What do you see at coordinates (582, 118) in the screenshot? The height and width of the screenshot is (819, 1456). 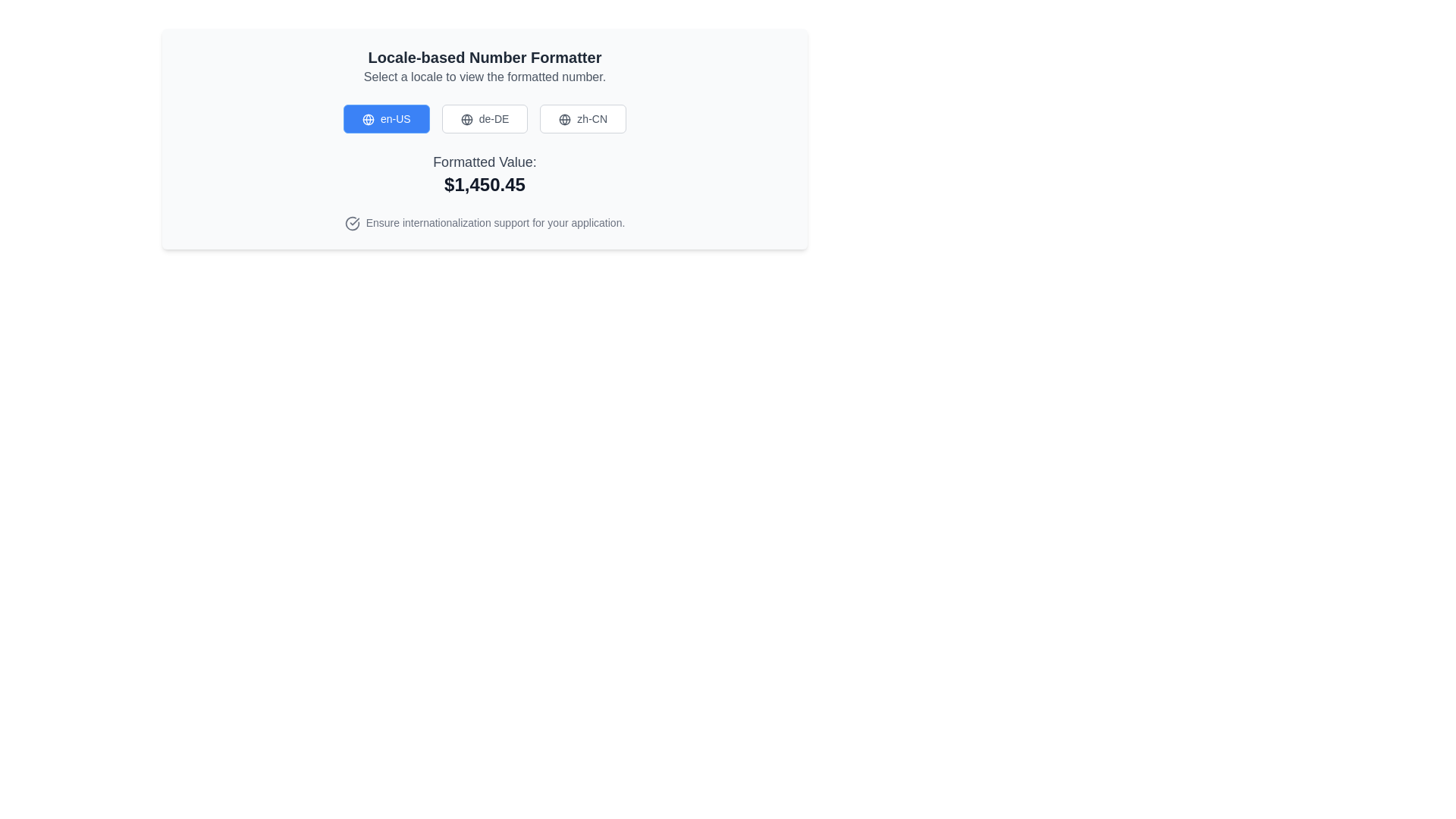 I see `the 'zh-CN' button, which is the rightmost button among three horizontally arranged buttons labeled 'en-US', 'de-DE', and 'zh-CN'` at bounding box center [582, 118].